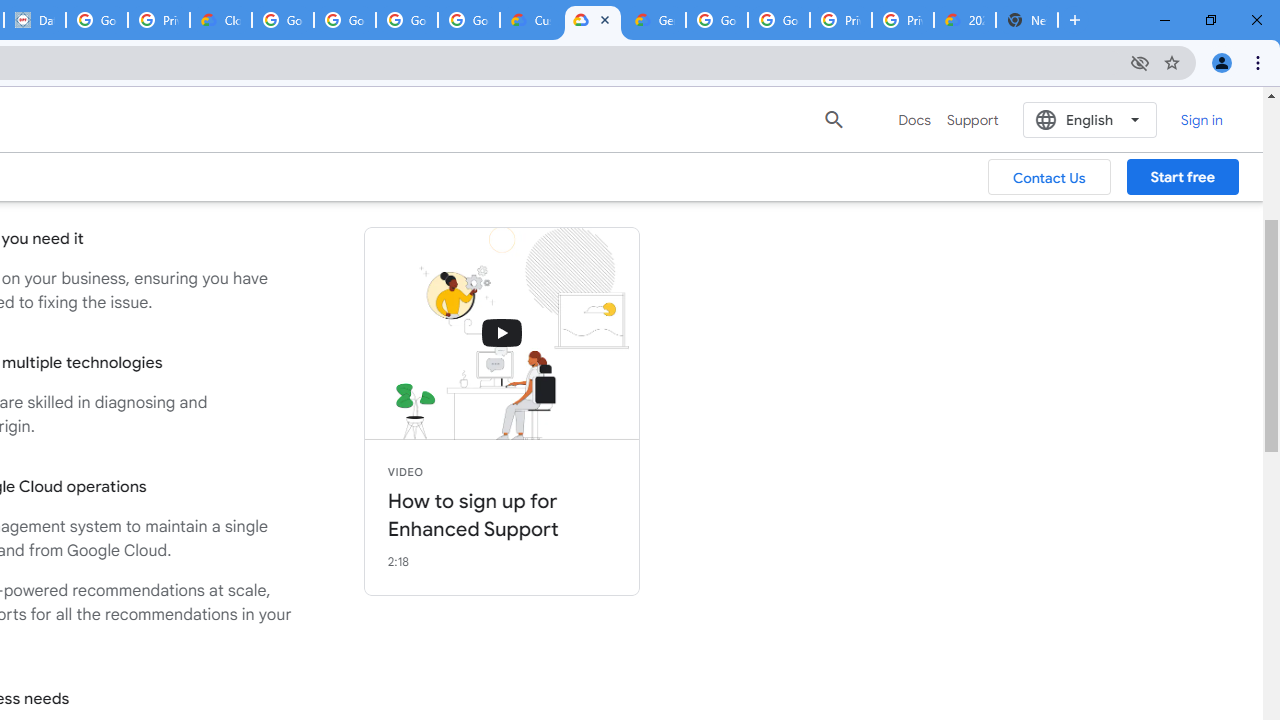 This screenshot has height=720, width=1280. Describe the element at coordinates (1048, 176) in the screenshot. I see `'Contact Us'` at that location.